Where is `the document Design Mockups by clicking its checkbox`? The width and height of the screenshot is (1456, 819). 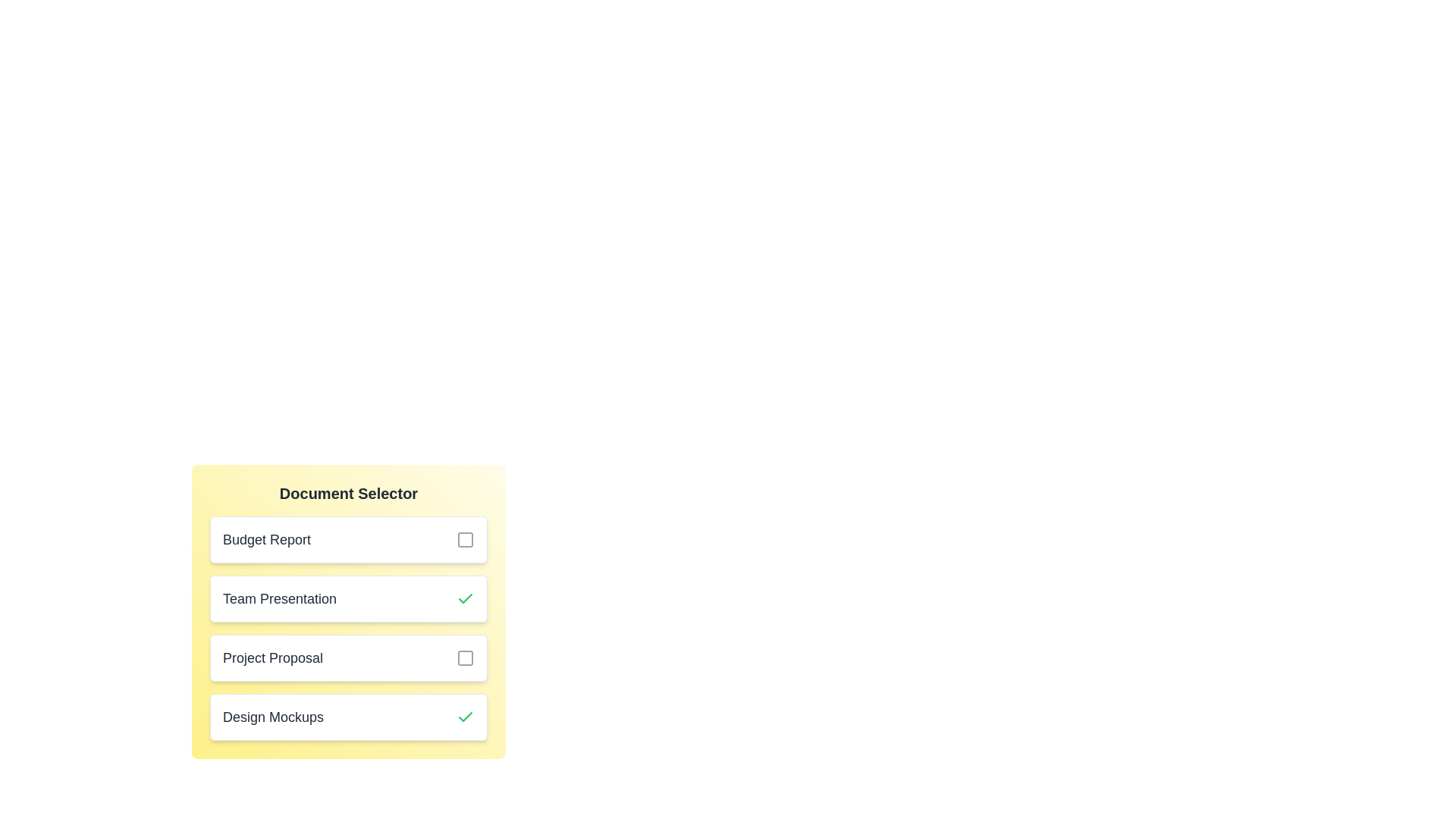
the document Design Mockups by clicking its checkbox is located at coordinates (465, 717).